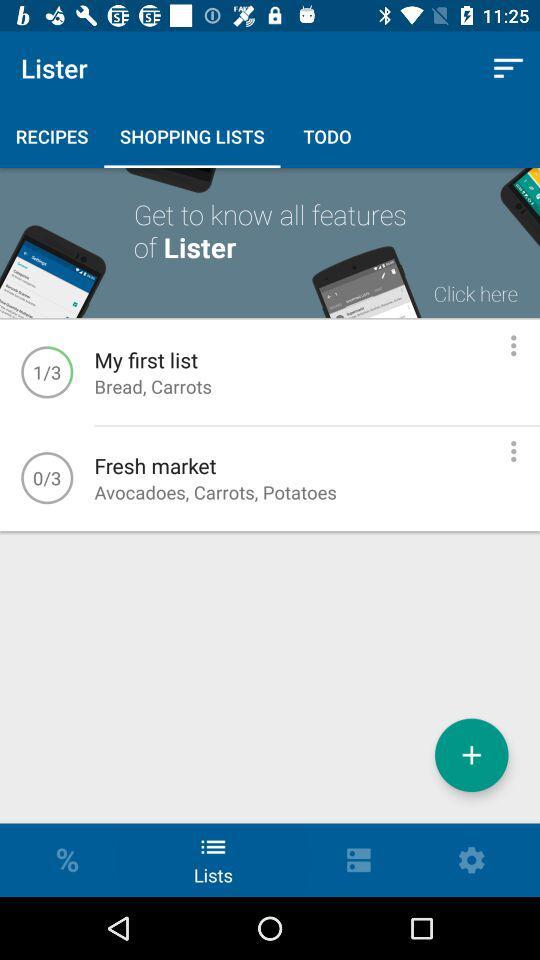 The width and height of the screenshot is (540, 960). What do you see at coordinates (471, 754) in the screenshot?
I see `the icon below avocadoes, carrots, potatoes item` at bounding box center [471, 754].